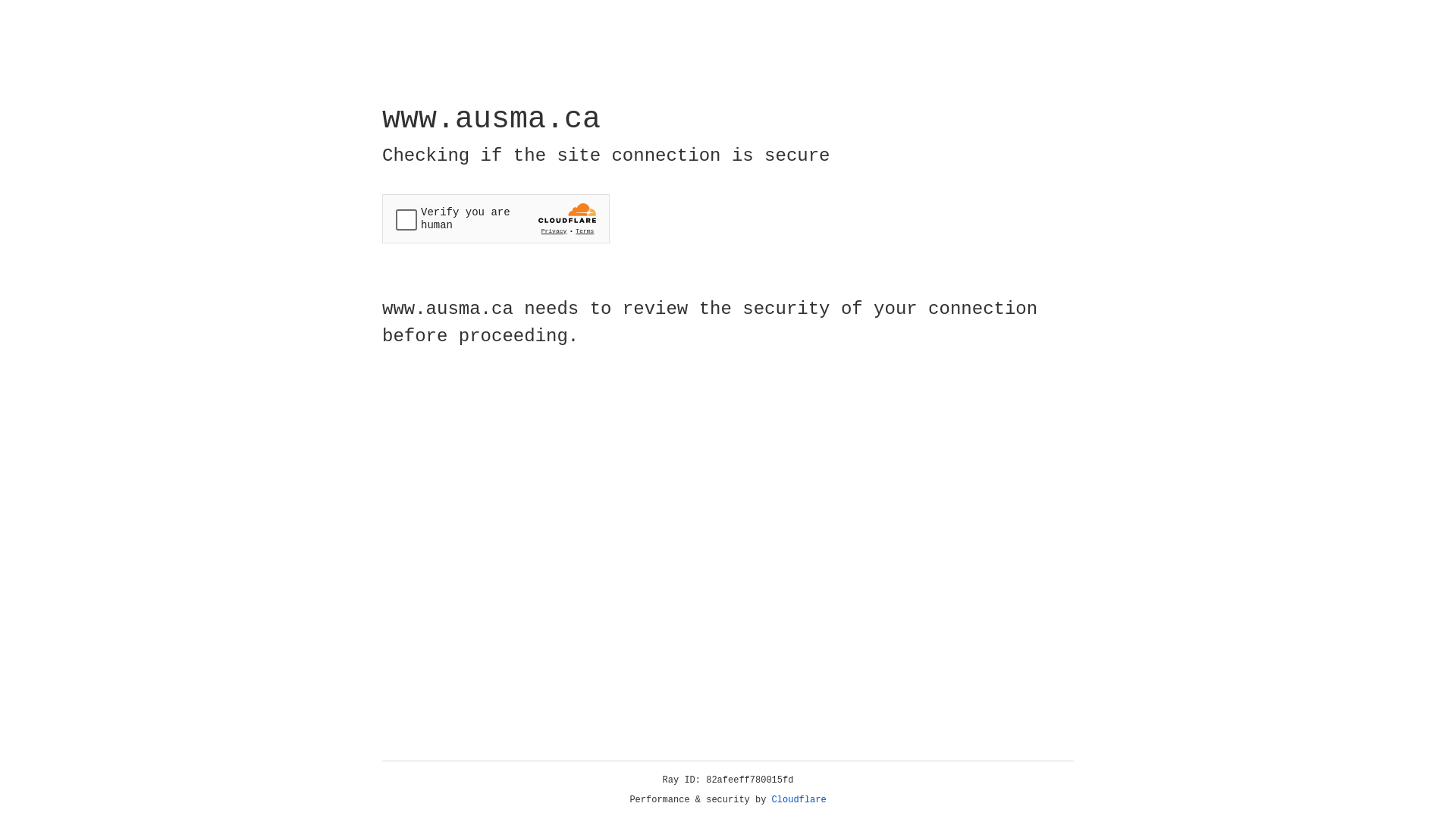 This screenshot has width=1456, height=819. What do you see at coordinates (495, 218) in the screenshot?
I see `'Widget containing a Cloudflare security challenge'` at bounding box center [495, 218].